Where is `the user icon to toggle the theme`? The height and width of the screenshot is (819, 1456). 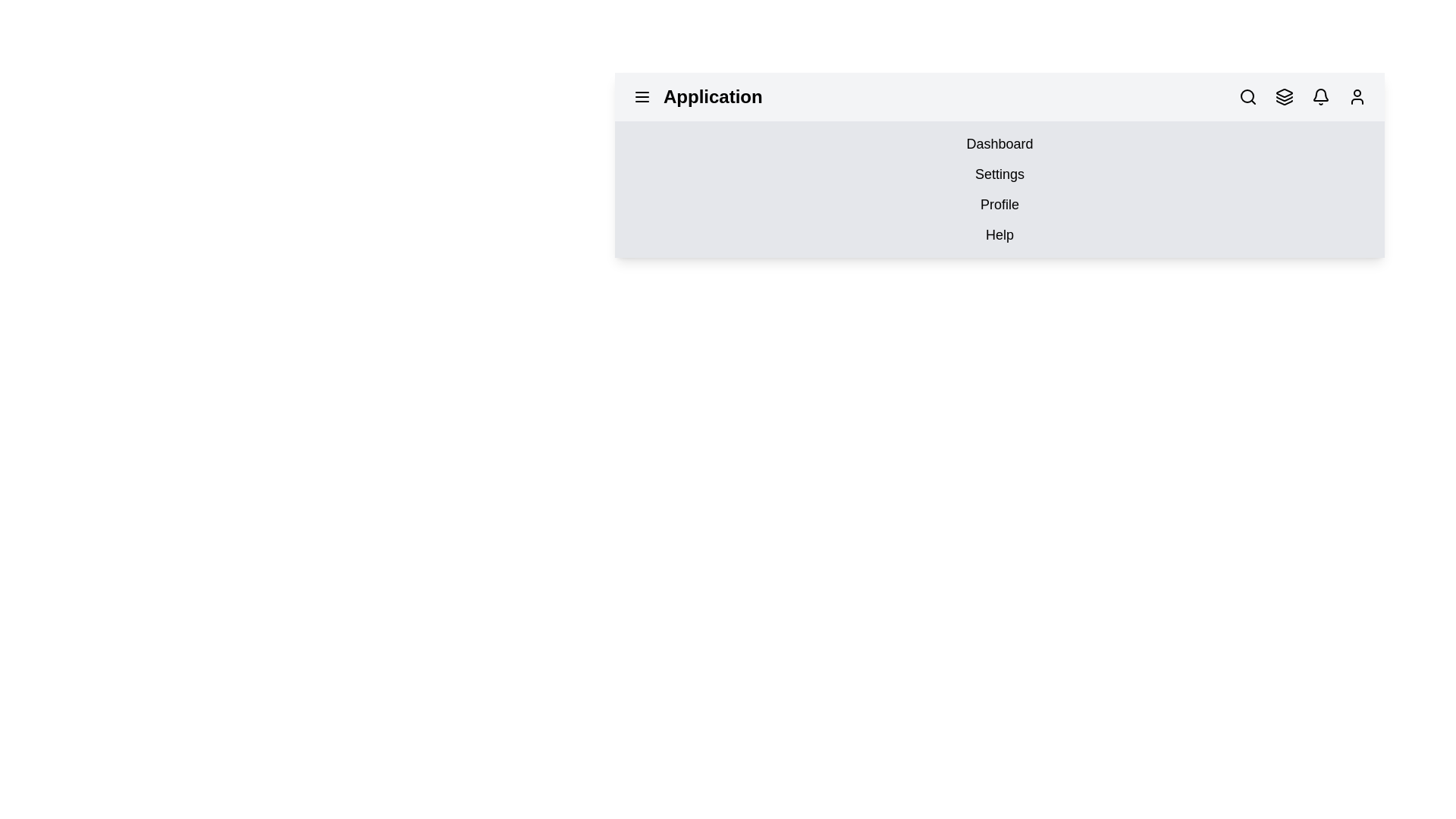 the user icon to toggle the theme is located at coordinates (1357, 96).